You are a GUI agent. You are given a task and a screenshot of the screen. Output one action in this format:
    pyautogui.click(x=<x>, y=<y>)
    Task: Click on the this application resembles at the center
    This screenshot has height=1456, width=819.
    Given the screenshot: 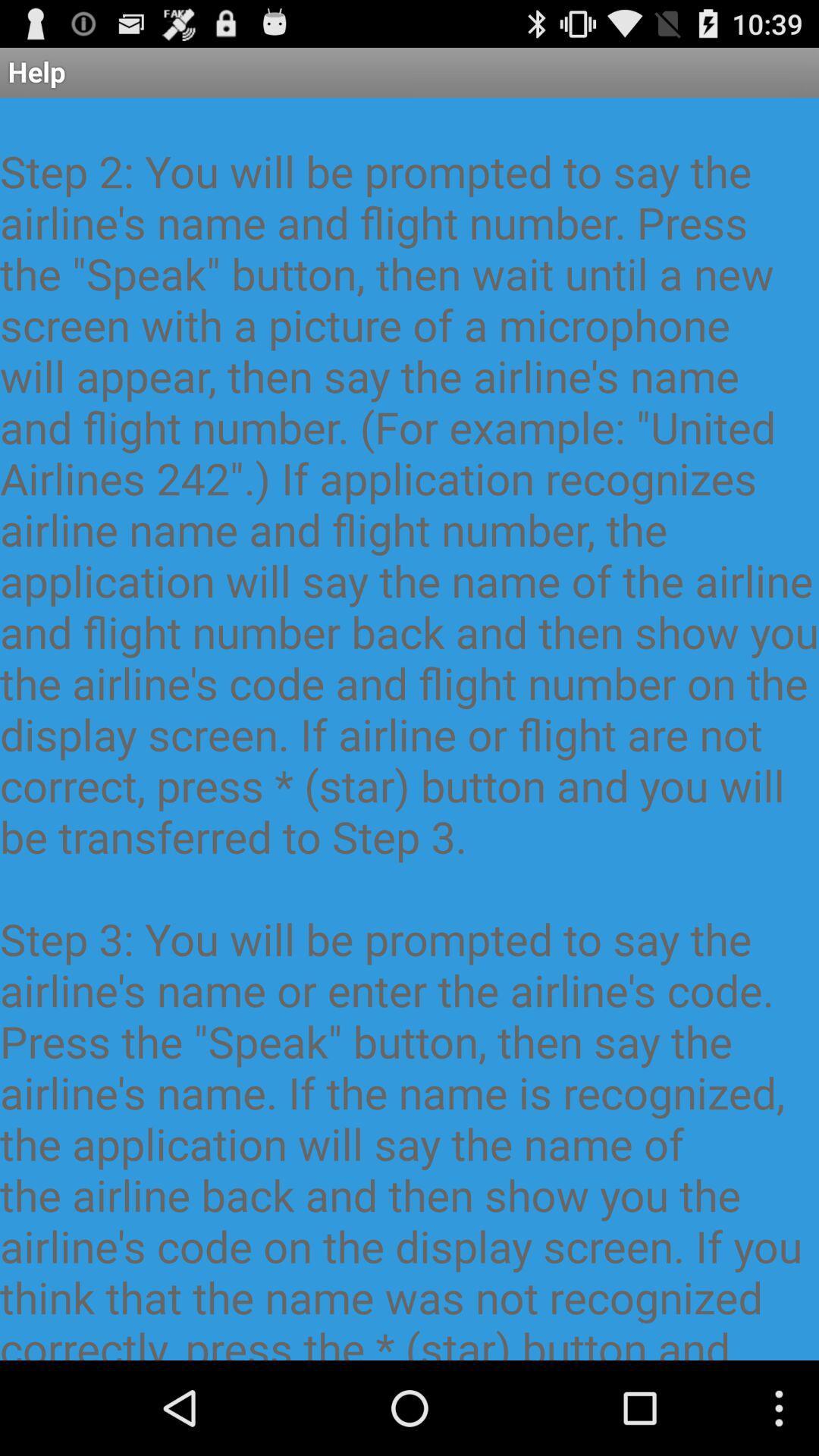 What is the action you would take?
    pyautogui.click(x=409, y=729)
    